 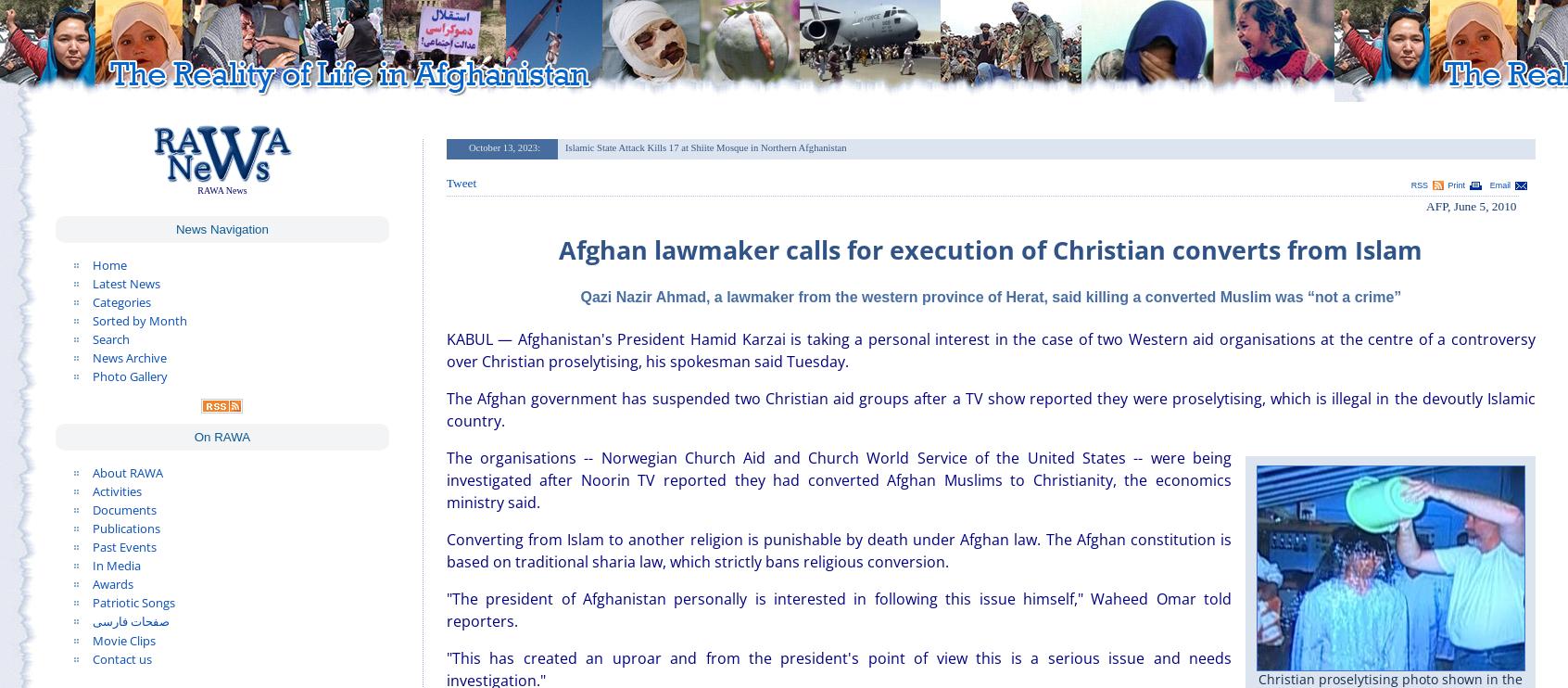 I want to click on 'Publications', so click(x=126, y=527).